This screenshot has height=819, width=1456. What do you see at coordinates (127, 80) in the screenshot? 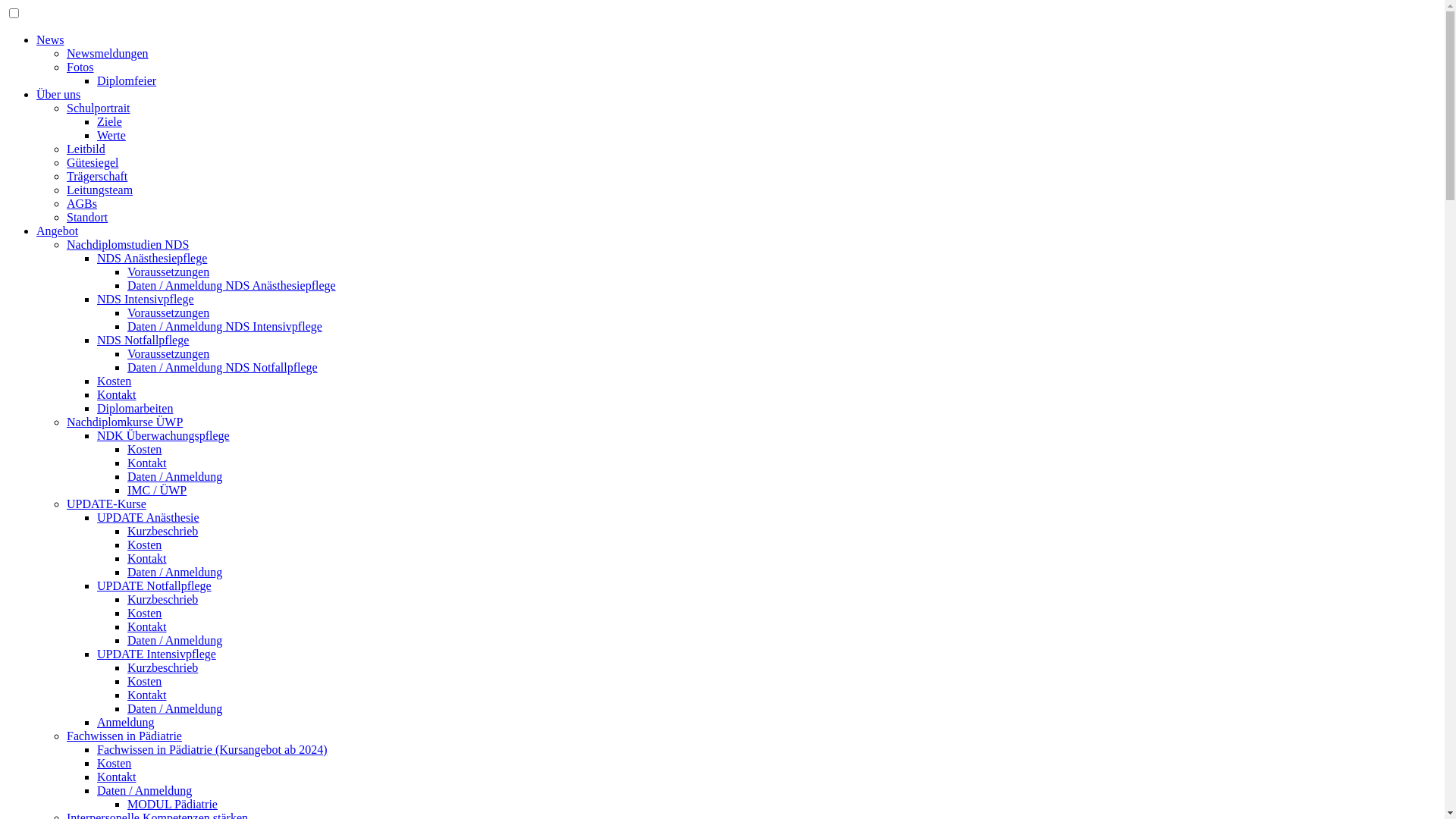
I see `'Diplomfeier'` at bounding box center [127, 80].